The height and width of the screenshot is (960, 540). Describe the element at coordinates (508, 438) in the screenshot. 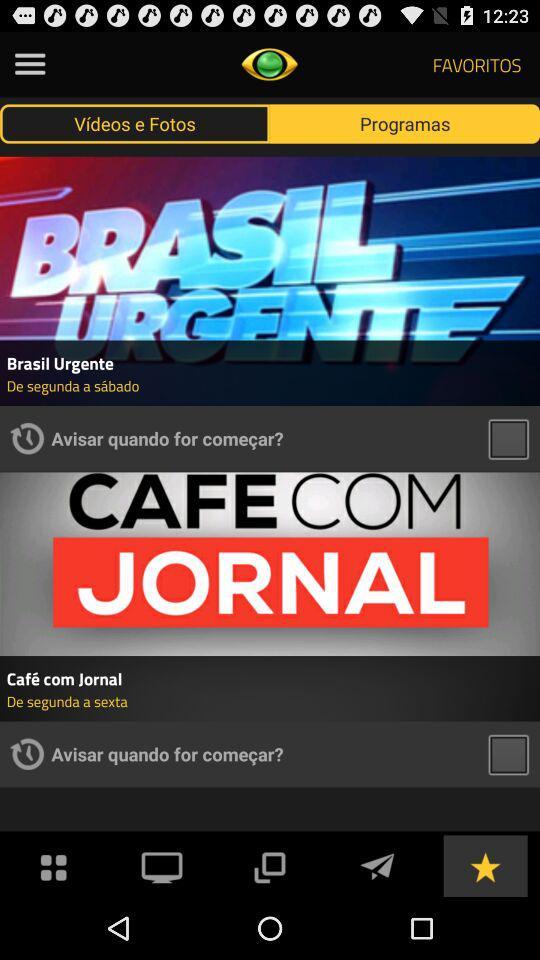

I see `shows marker box` at that location.